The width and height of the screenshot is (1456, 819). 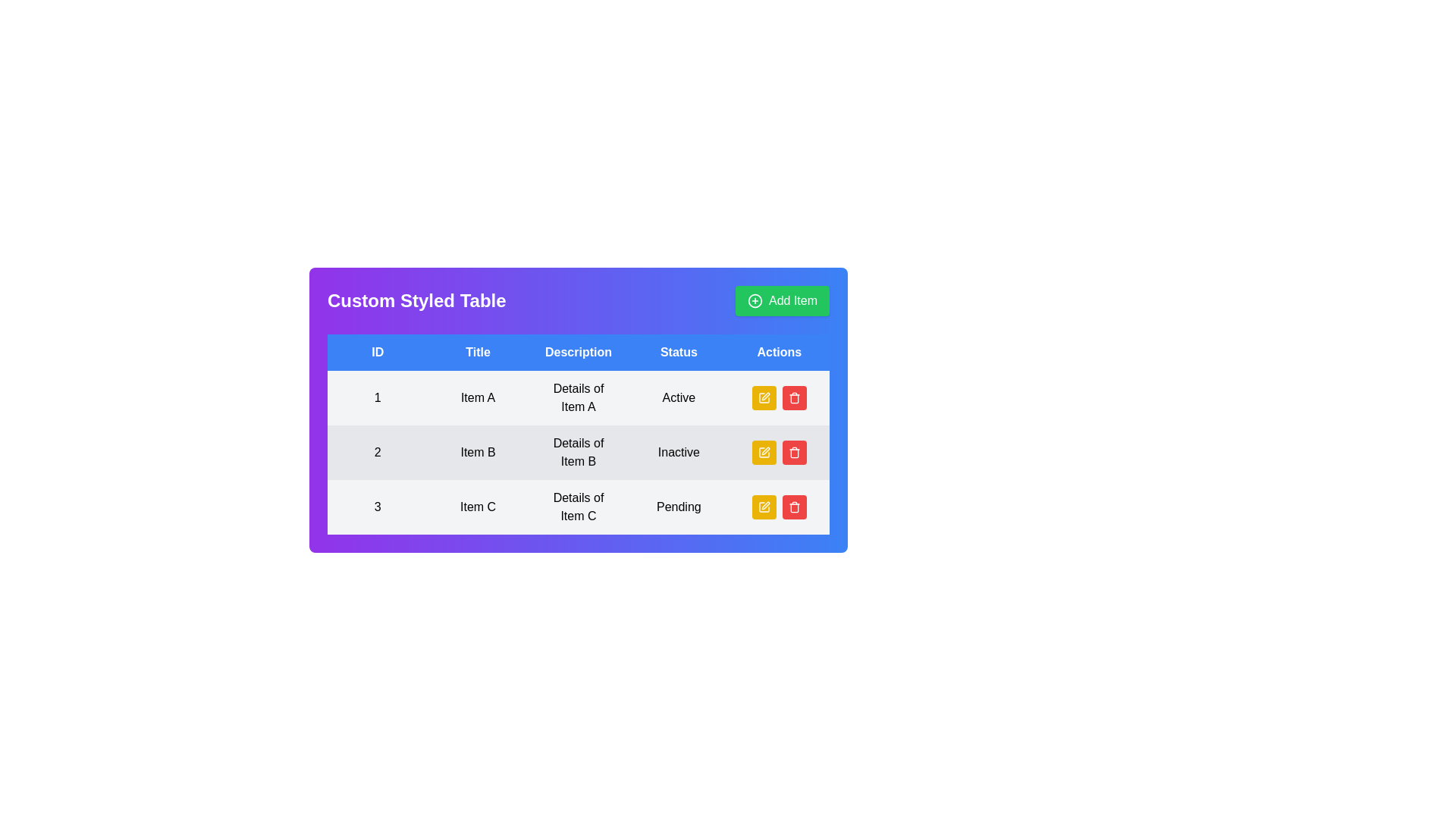 I want to click on the Table Header Row, which serves as the identifier for the columns in the table and is positioned at the topmost row, spanning horizontally across the table, so click(x=578, y=353).